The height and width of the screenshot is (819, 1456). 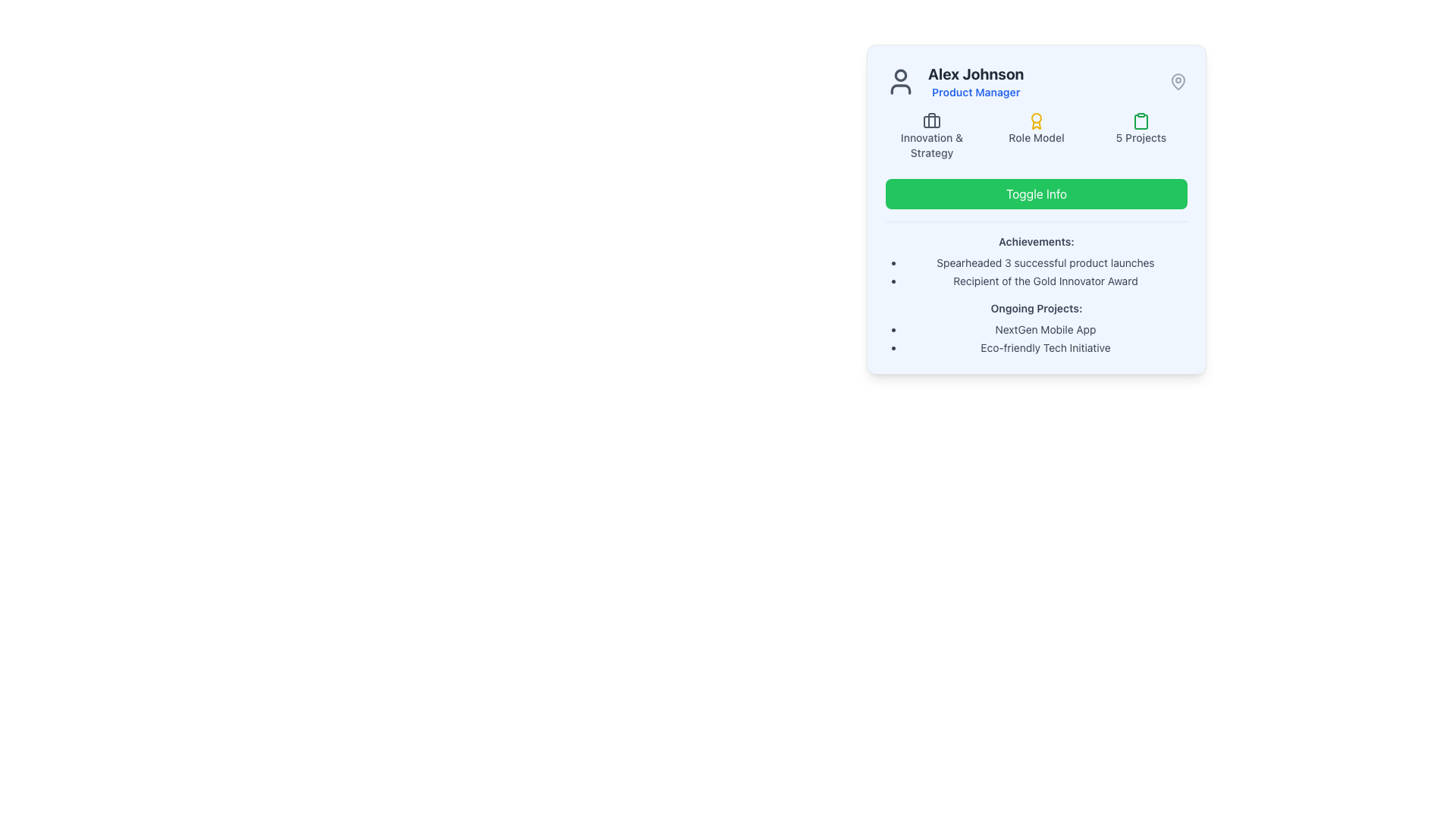 I want to click on the text label that denotes the project name 'NextGen Mobile App', located in the 'Ongoing Projects' section of the information card, so click(x=1044, y=329).